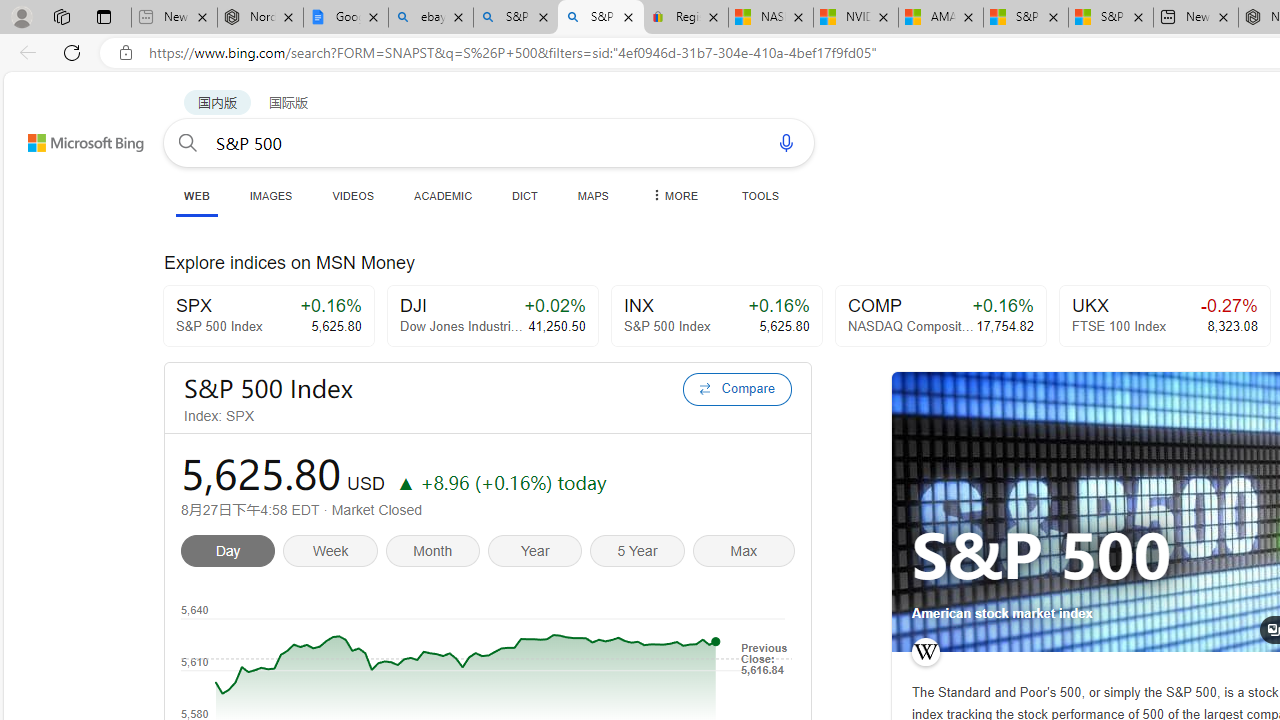  What do you see at coordinates (759, 195) in the screenshot?
I see `'TOOLS'` at bounding box center [759, 195].